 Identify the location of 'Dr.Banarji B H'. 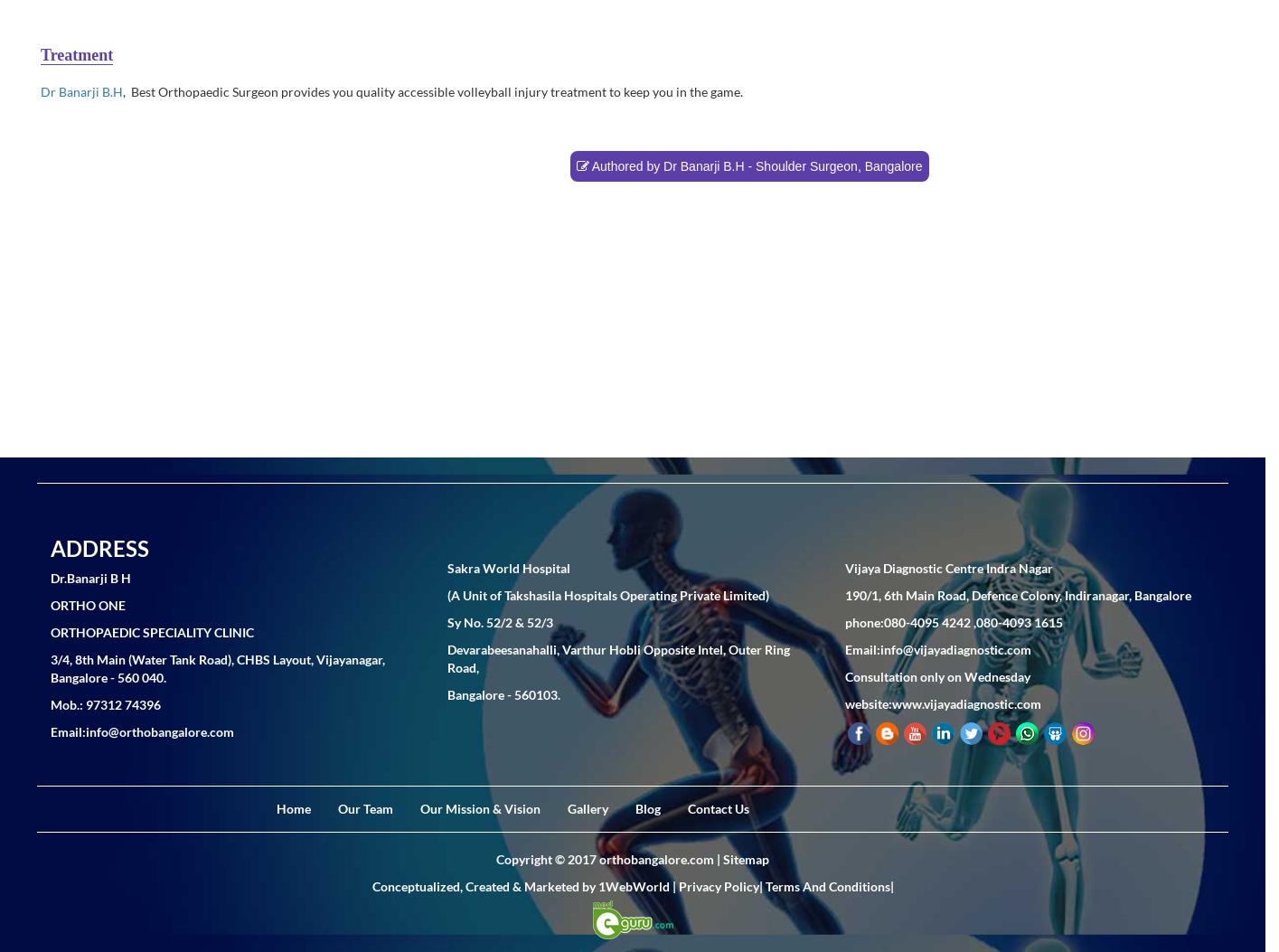
(89, 577).